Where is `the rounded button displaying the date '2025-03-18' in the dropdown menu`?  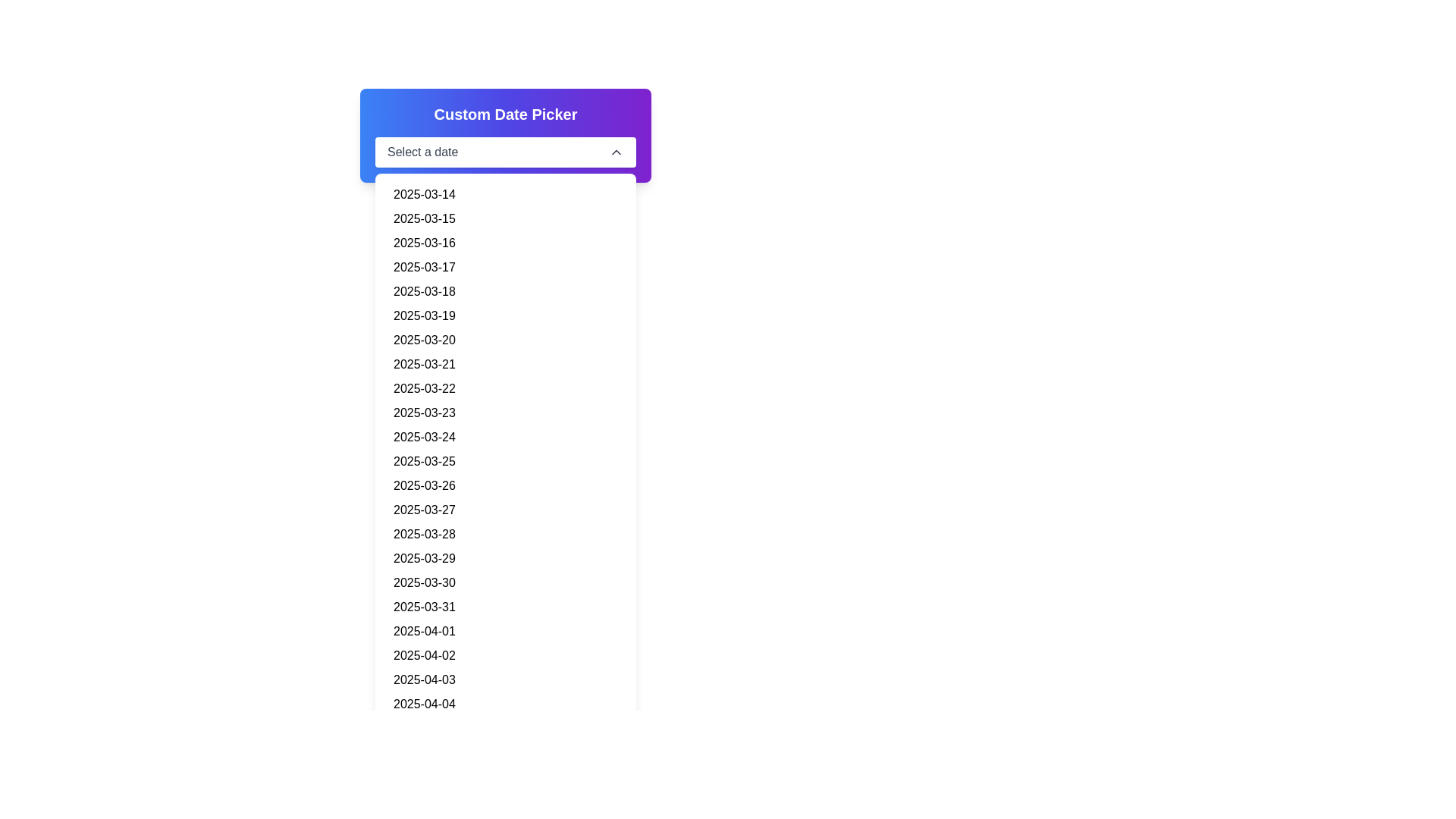 the rounded button displaying the date '2025-03-18' in the dropdown menu is located at coordinates (506, 292).